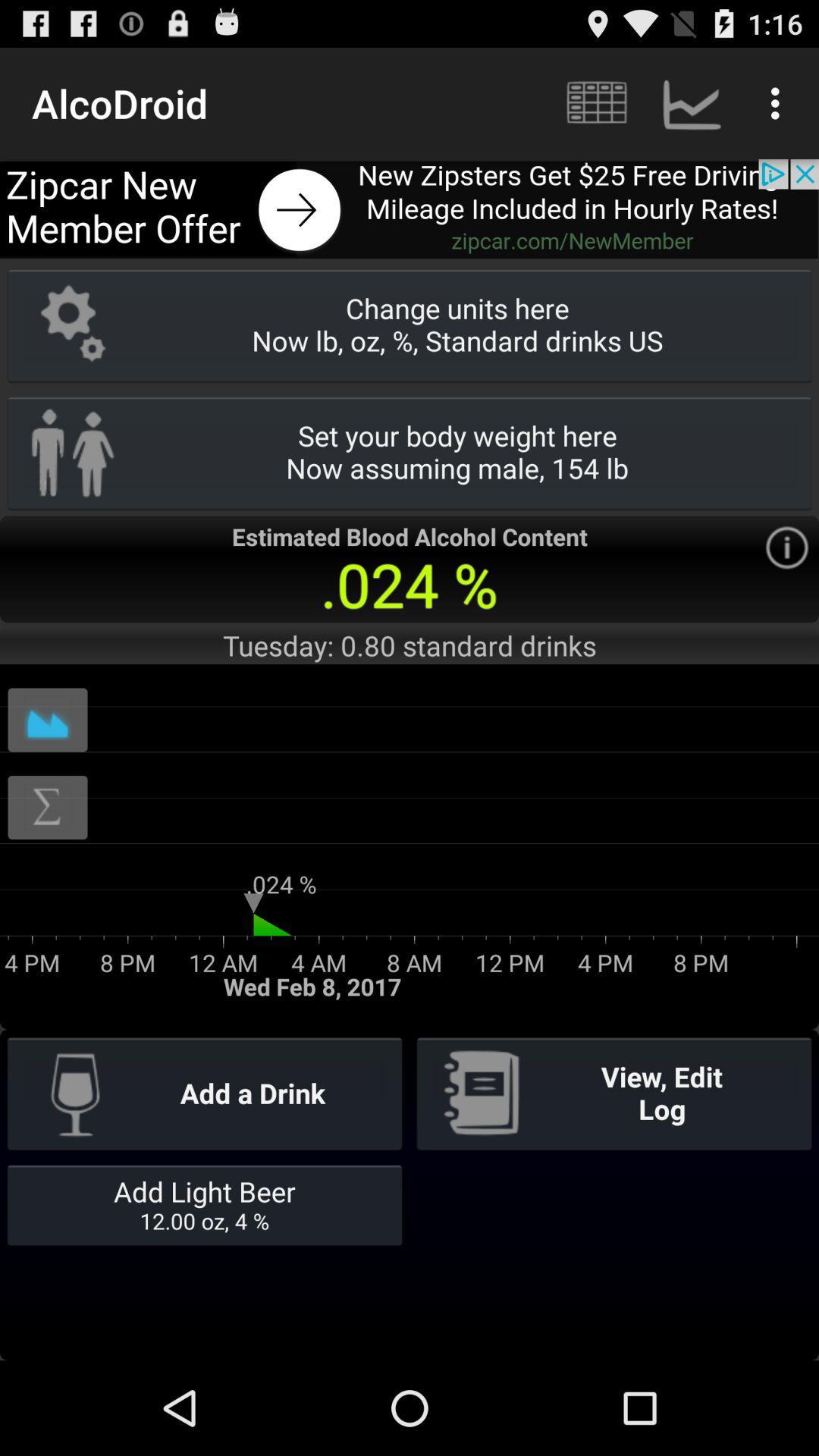 This screenshot has height=1456, width=819. I want to click on information, so click(786, 547).